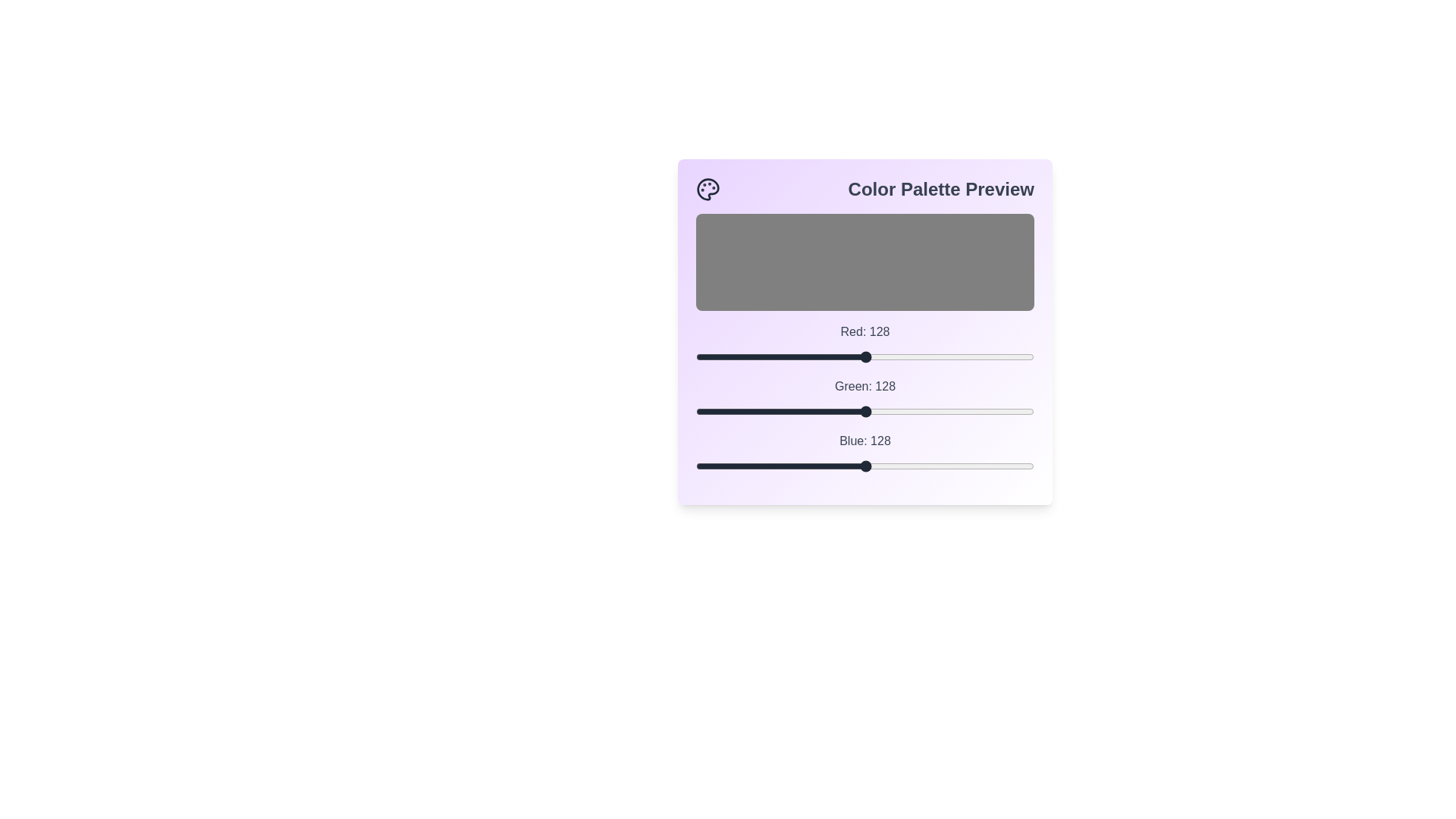 Image resolution: width=1456 pixels, height=819 pixels. Describe the element at coordinates (998, 412) in the screenshot. I see `the green intensity` at that location.